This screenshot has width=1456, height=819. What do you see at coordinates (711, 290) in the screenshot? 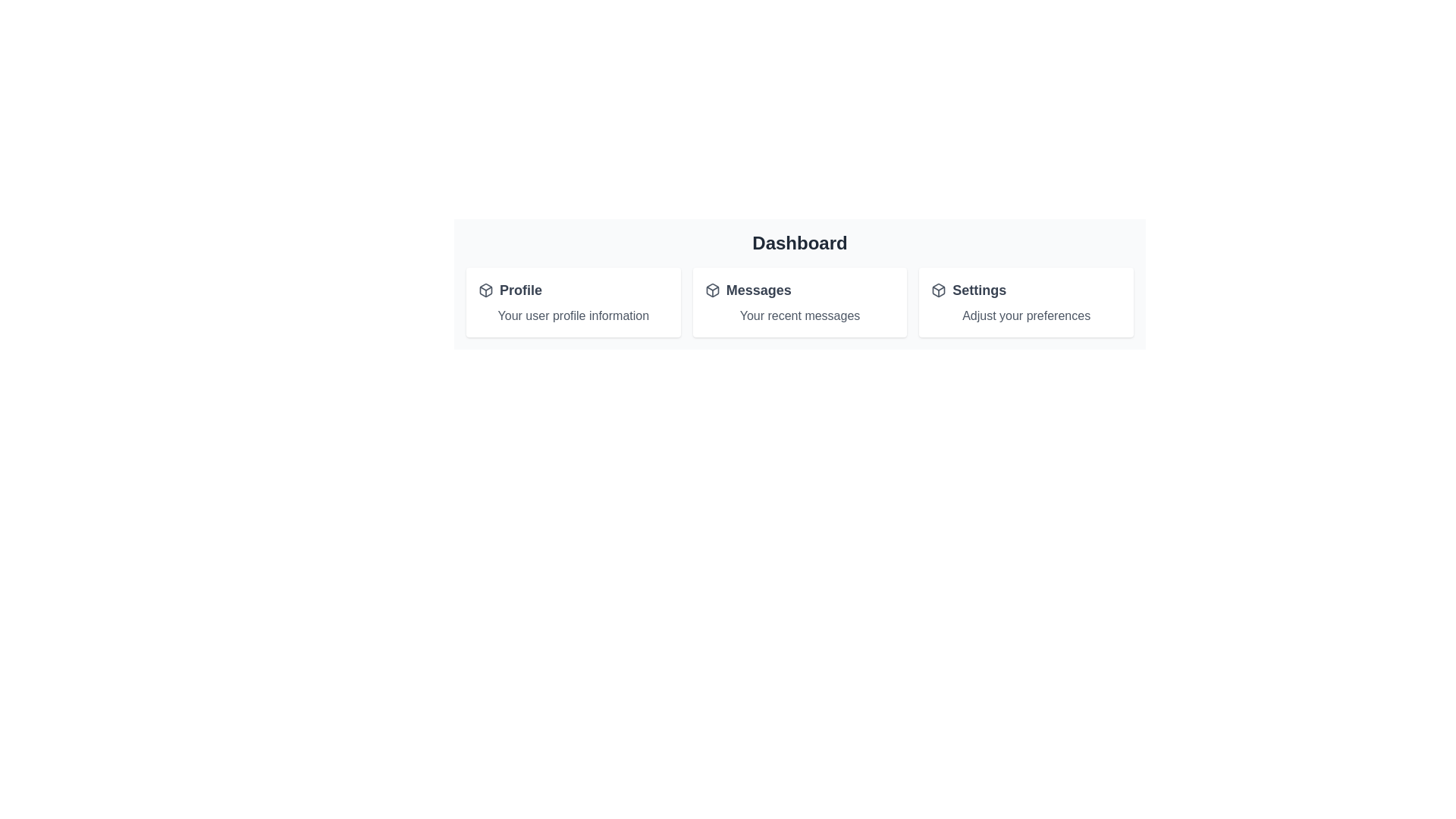
I see `the Icon (Box Representation) located in the 'Messages' card, positioned centrally between the 'Profile' and 'Settings' cards` at bounding box center [711, 290].